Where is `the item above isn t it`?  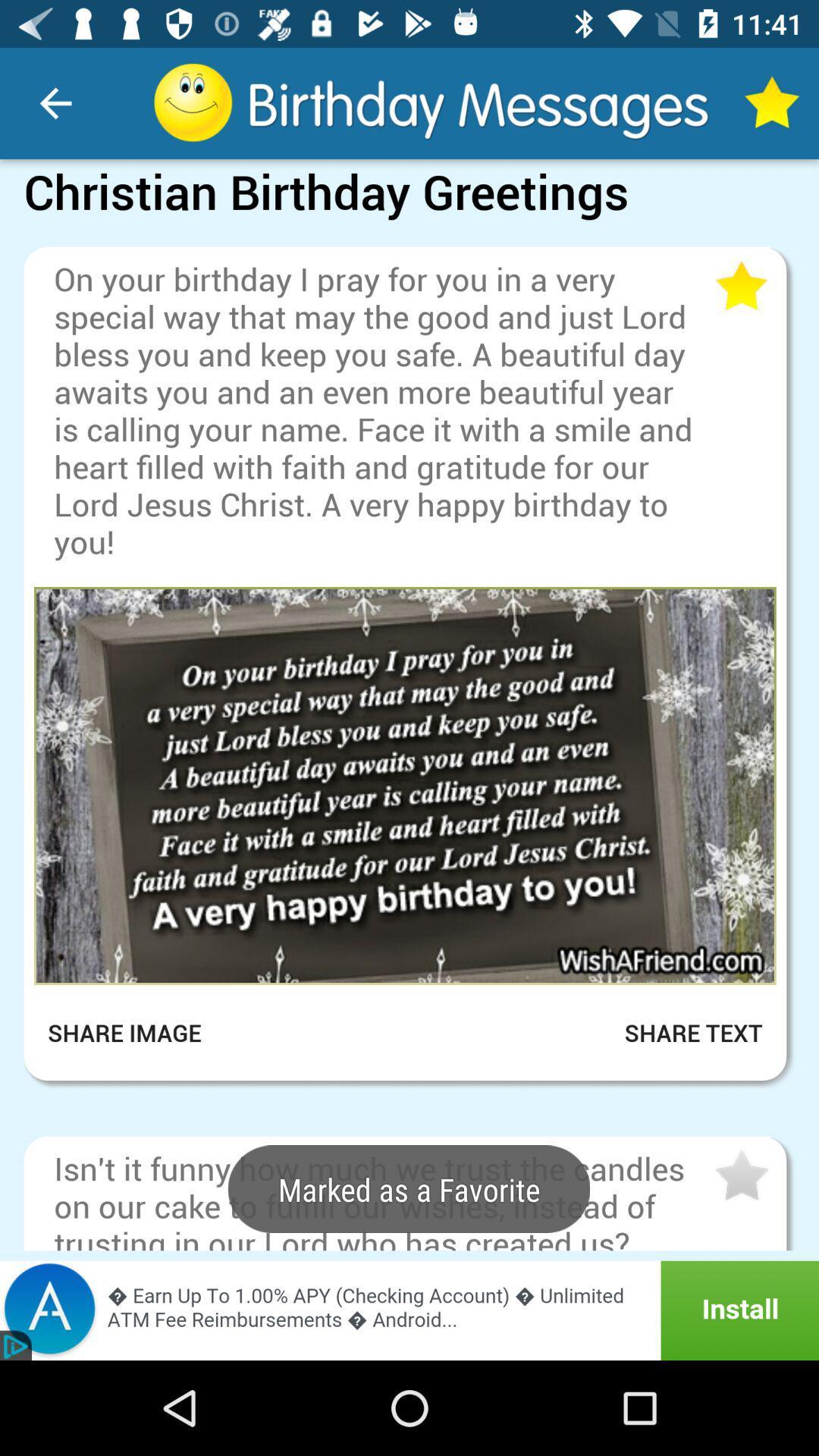 the item above isn t it is located at coordinates (409, 1124).